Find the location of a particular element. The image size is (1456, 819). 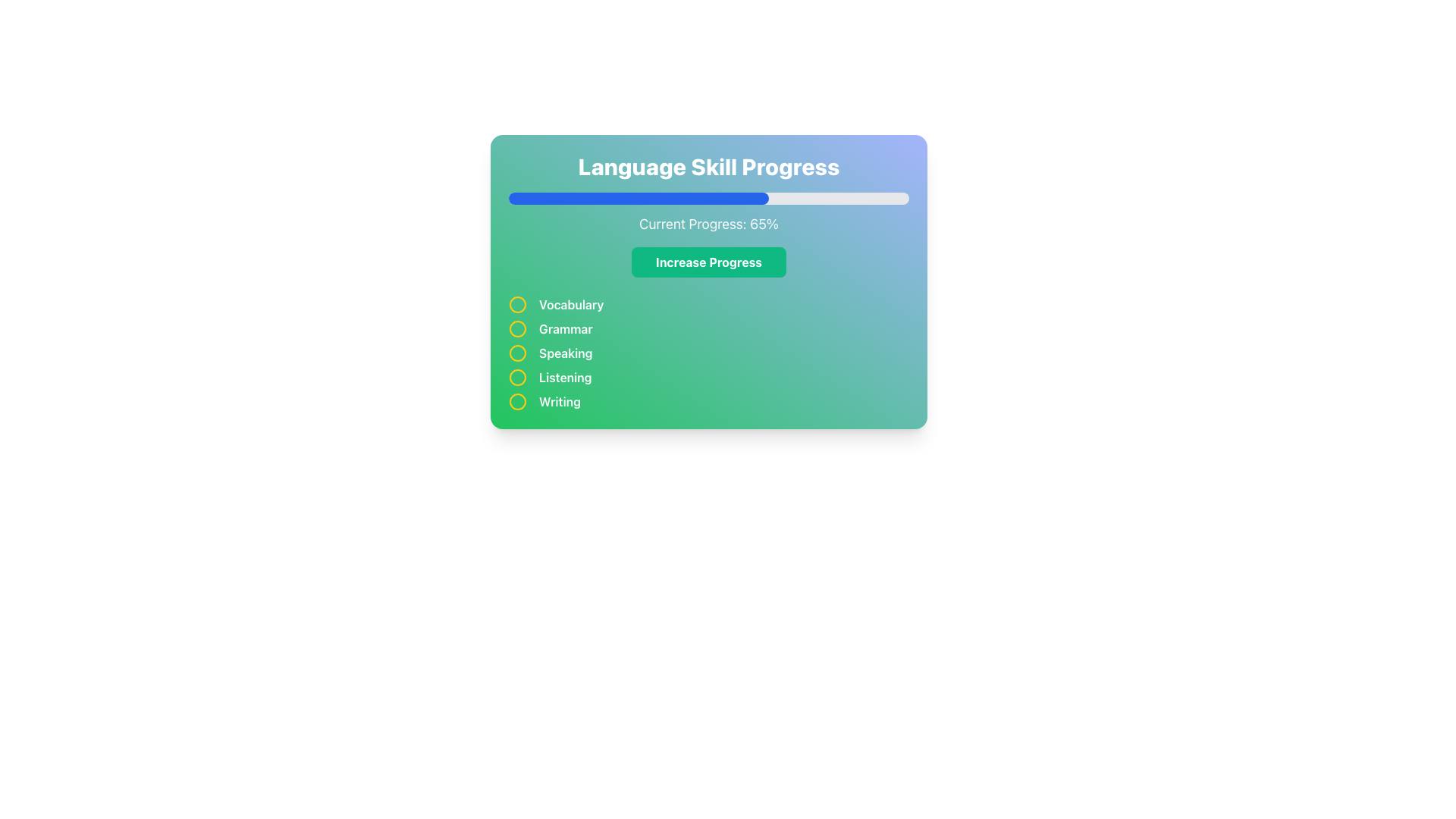

the text label displaying 'Grammar' in bold grayish-white font is located at coordinates (565, 328).